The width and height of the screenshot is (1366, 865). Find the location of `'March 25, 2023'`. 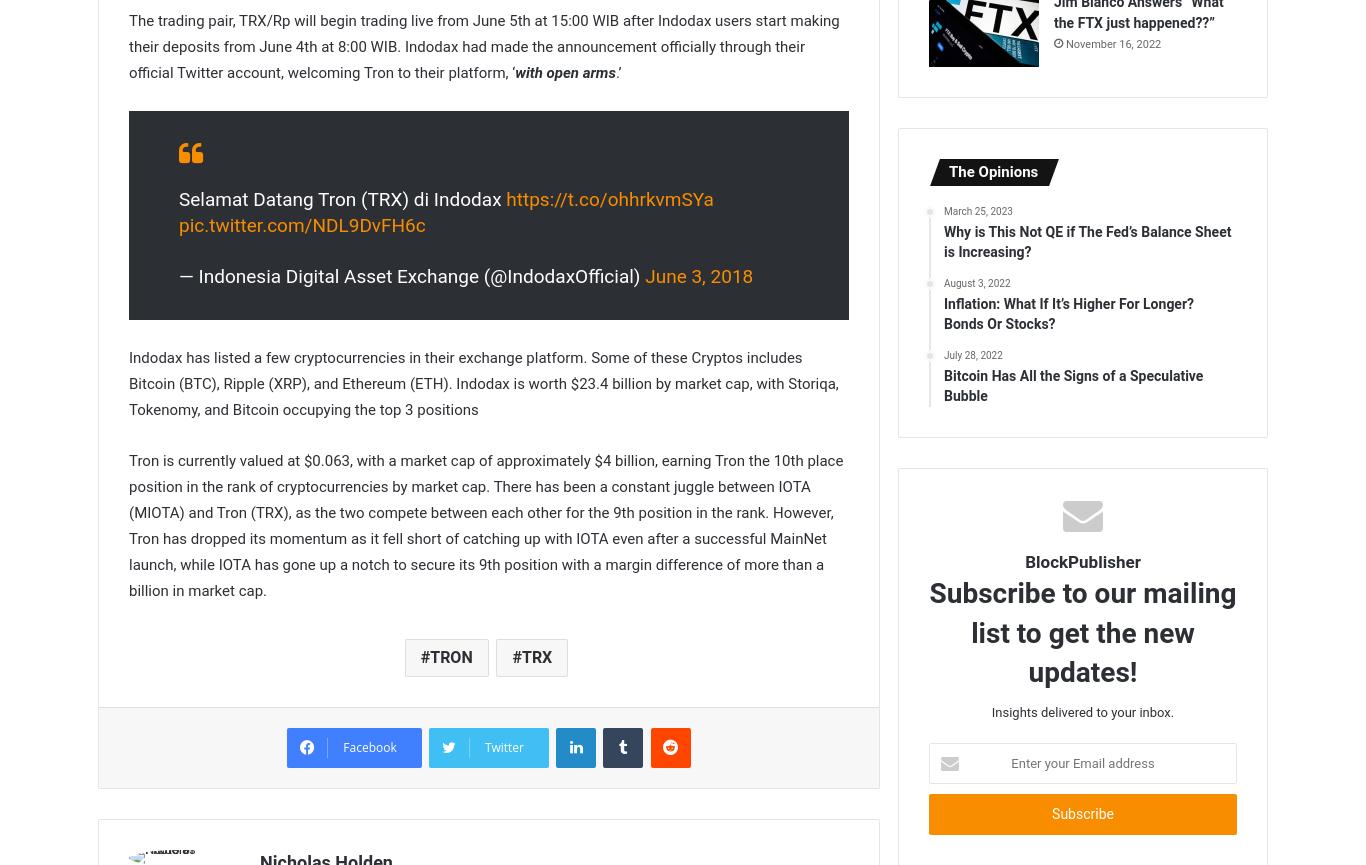

'March 25, 2023' is located at coordinates (978, 210).